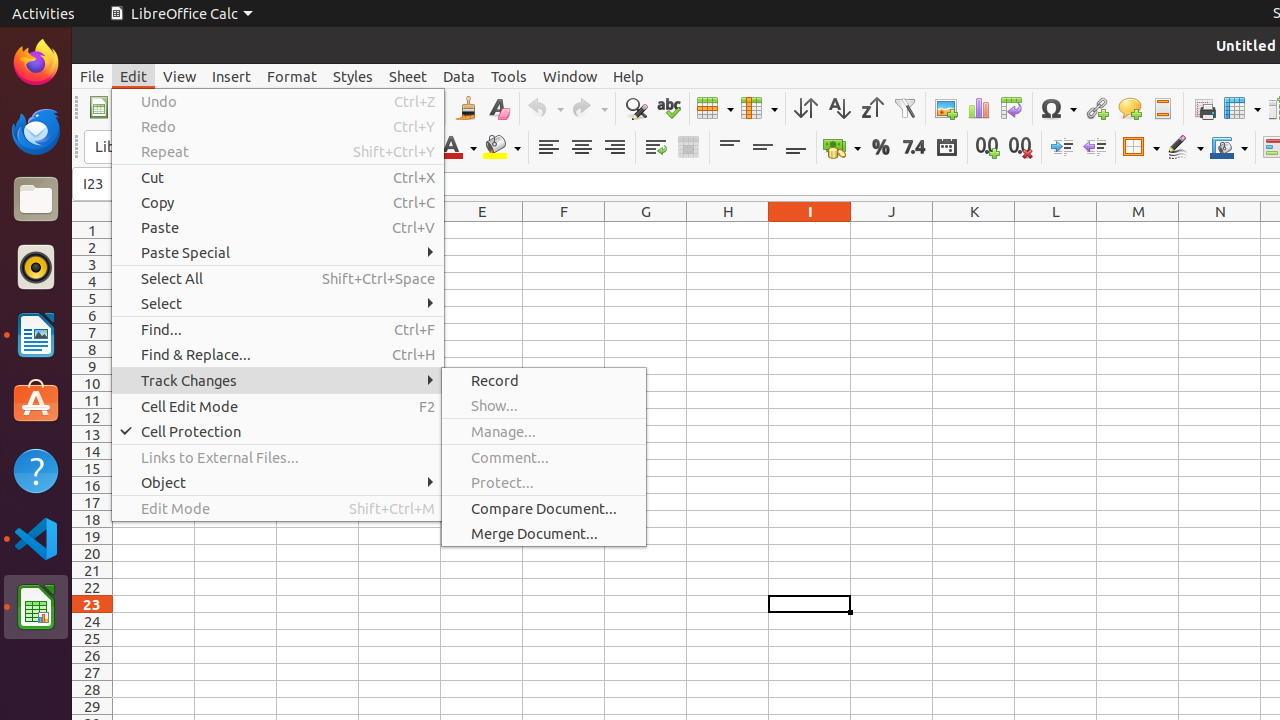 Image resolution: width=1280 pixels, height=720 pixels. I want to click on 'Date', so click(945, 146).